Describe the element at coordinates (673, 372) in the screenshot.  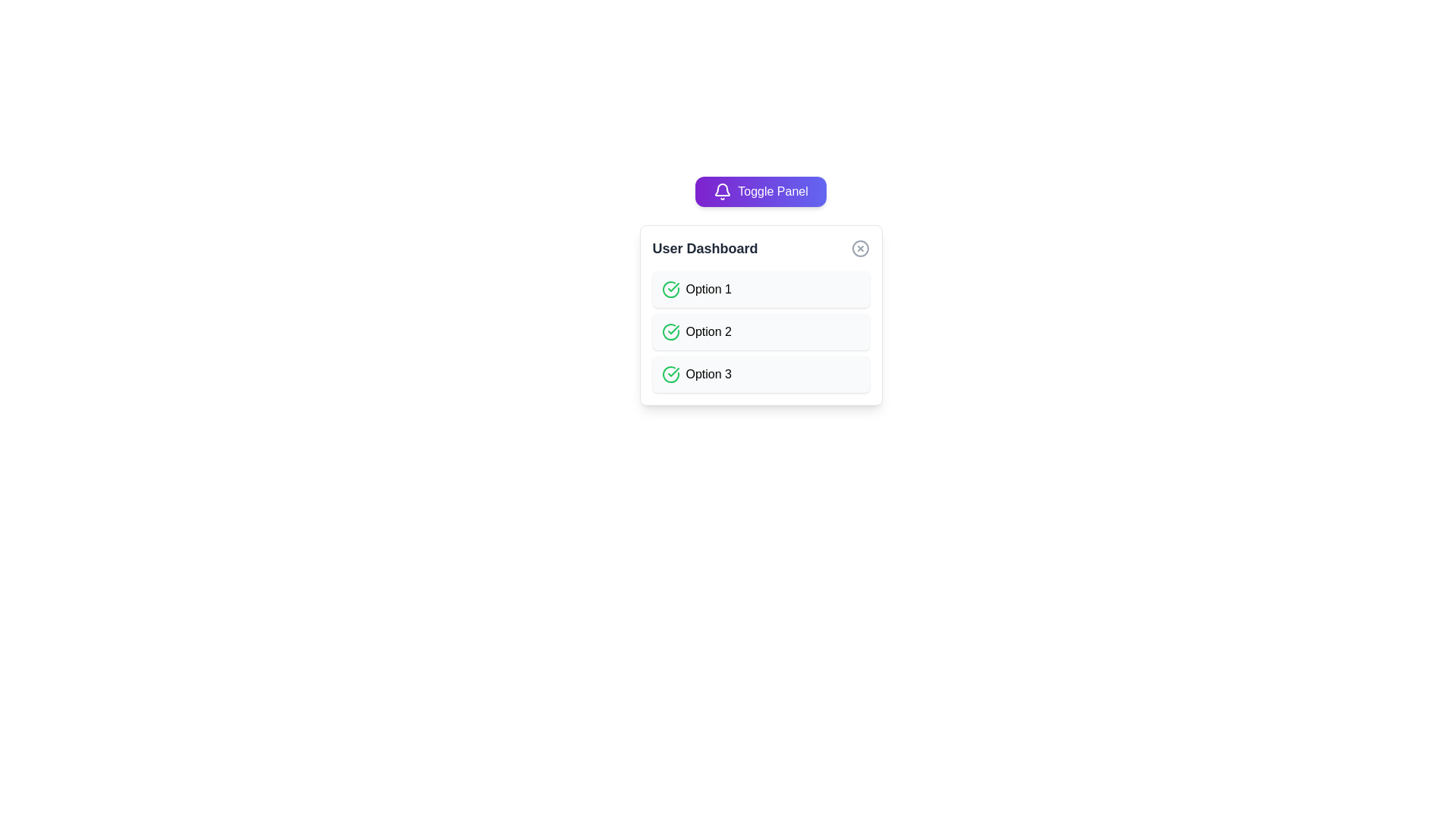
I see `the success indication icon for 'Option 3' in the 'User Dashboard'` at that location.